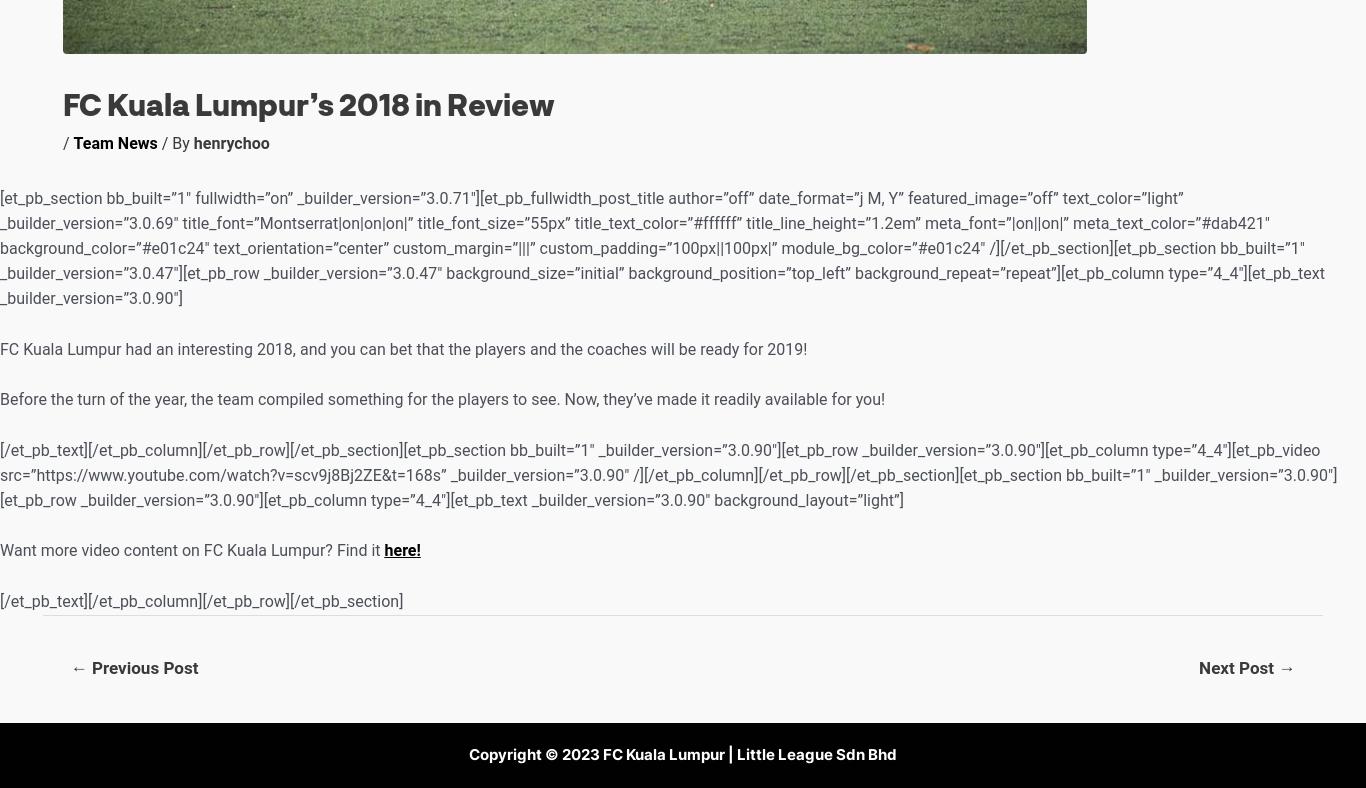 This screenshot has width=1366, height=788. Describe the element at coordinates (667, 473) in the screenshot. I see `'[/et_pb_text][/et_pb_column][/et_pb_row][/et_pb_section][et_pb_section bb_built=”1″ _builder_version=”3.0.90″][et_pb_row _builder_version=”3.0.90″][et_pb_column type=”4_4″][et_pb_video src=”https://www.youtube.com/watch?v=scv9j8Bj2ZE&t=168s” _builder_version=”3.0.90″ /][/et_pb_column][/et_pb_row][/et_pb_section][et_pb_section bb_built=”1″ _builder_version=”3.0.90″][et_pb_row _builder_version=”3.0.90″][et_pb_column type=”4_4″][et_pb_text _builder_version=”3.0.90″ background_layout=”light”]'` at that location.